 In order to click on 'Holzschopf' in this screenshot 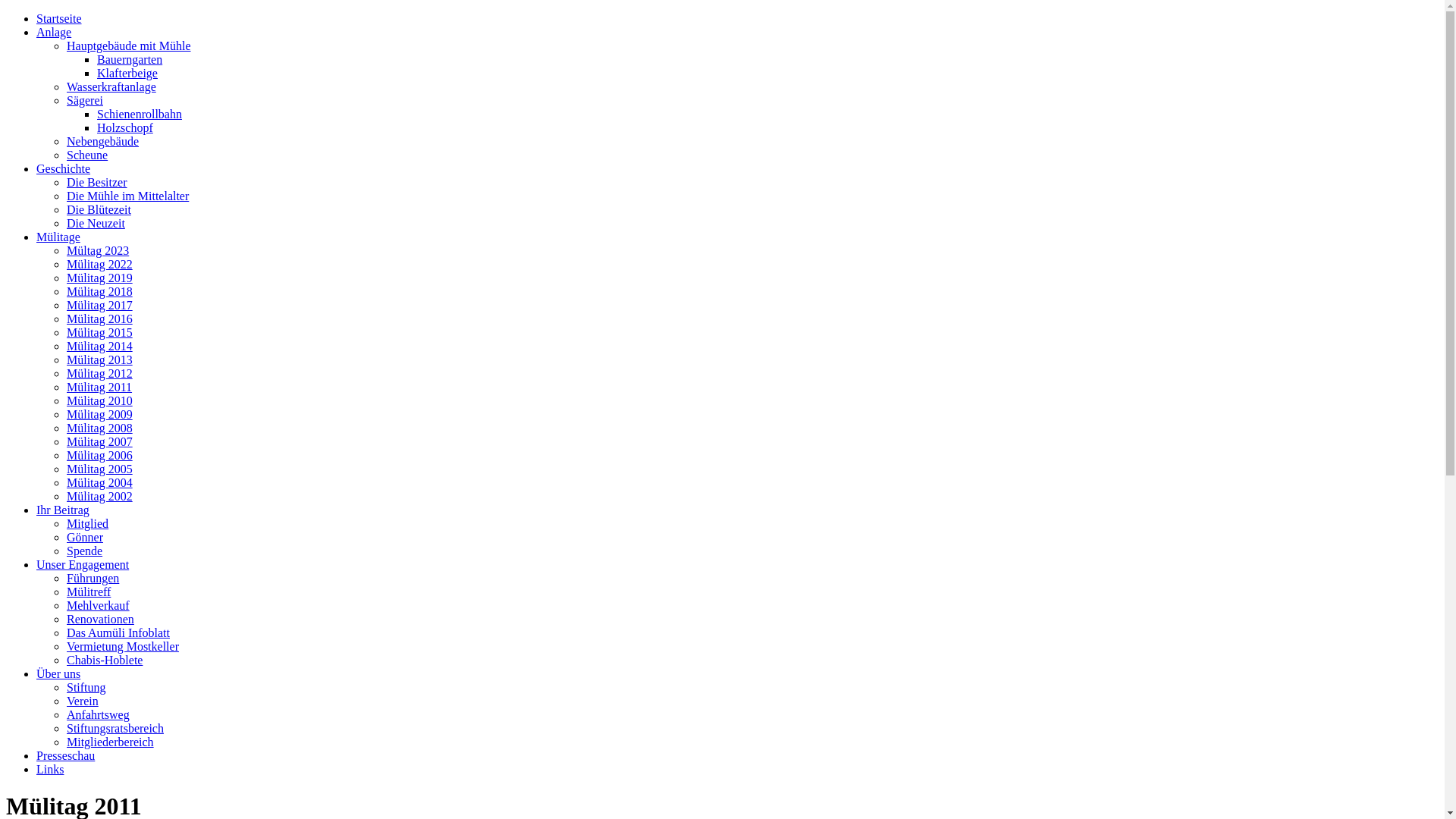, I will do `click(124, 127)`.